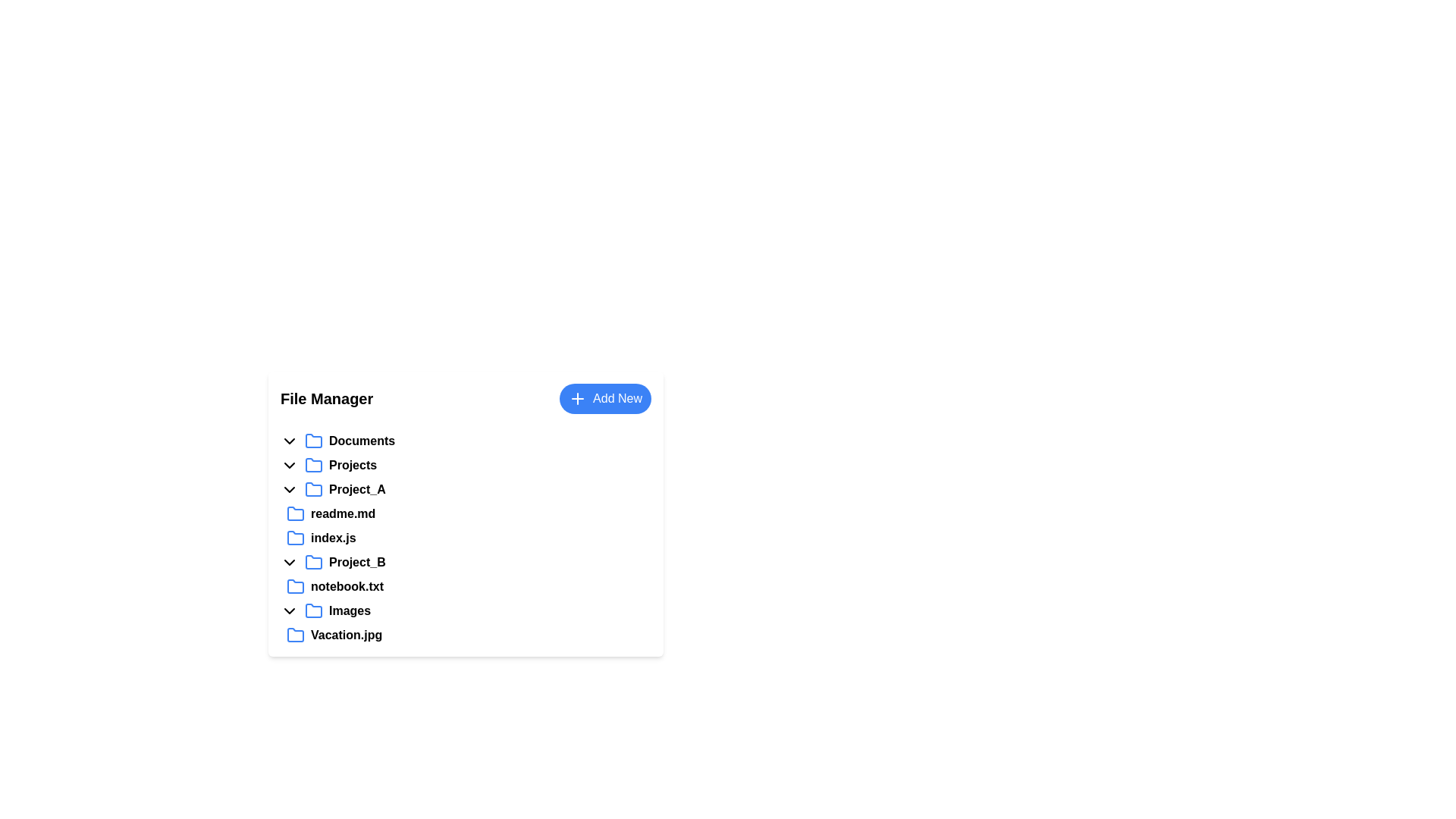 This screenshot has height=819, width=1456. What do you see at coordinates (295, 513) in the screenshot?
I see `the folder icon with a blue outline labeled 'Project_A'` at bounding box center [295, 513].